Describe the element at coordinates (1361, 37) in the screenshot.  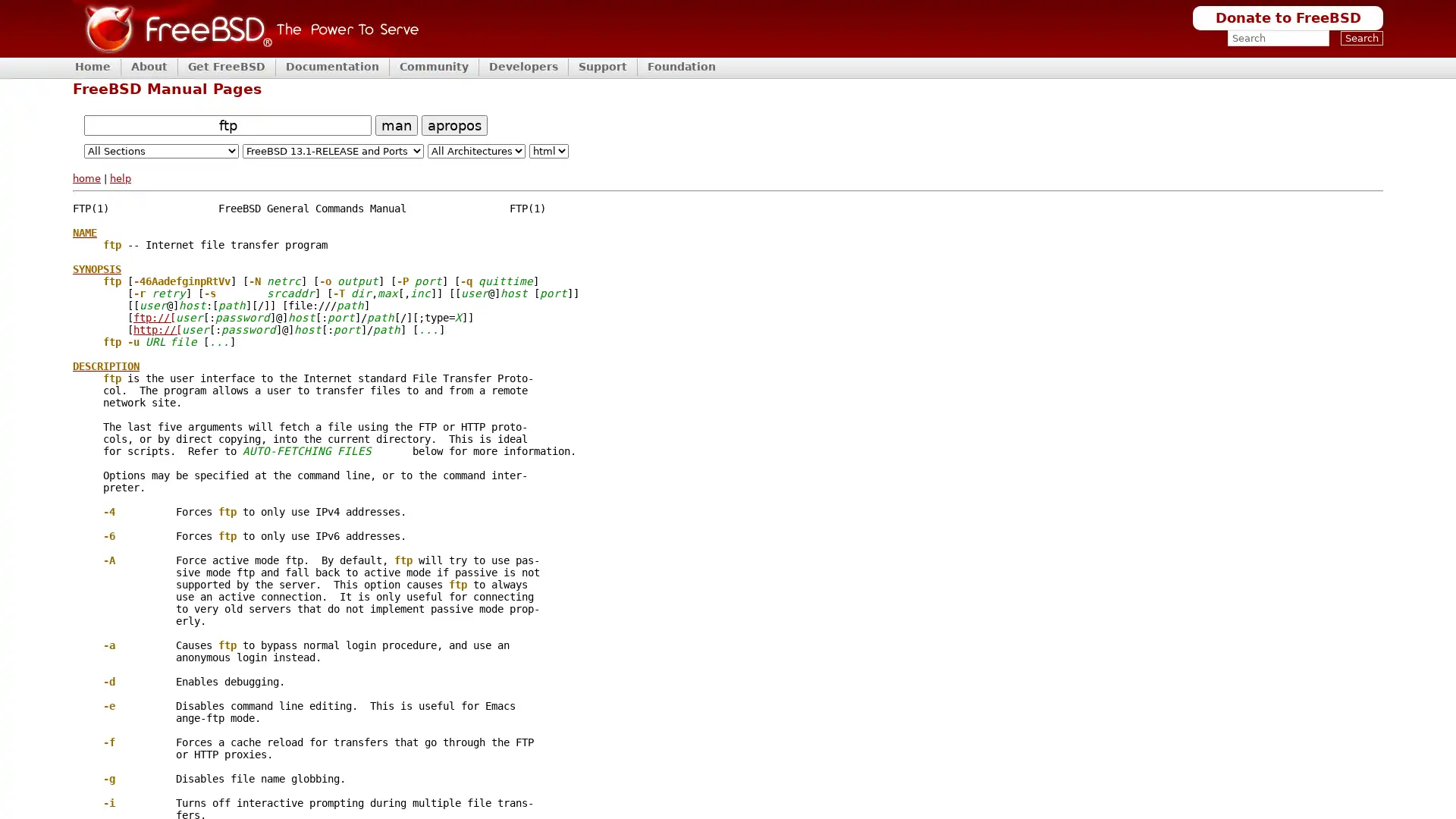
I see `Search` at that location.